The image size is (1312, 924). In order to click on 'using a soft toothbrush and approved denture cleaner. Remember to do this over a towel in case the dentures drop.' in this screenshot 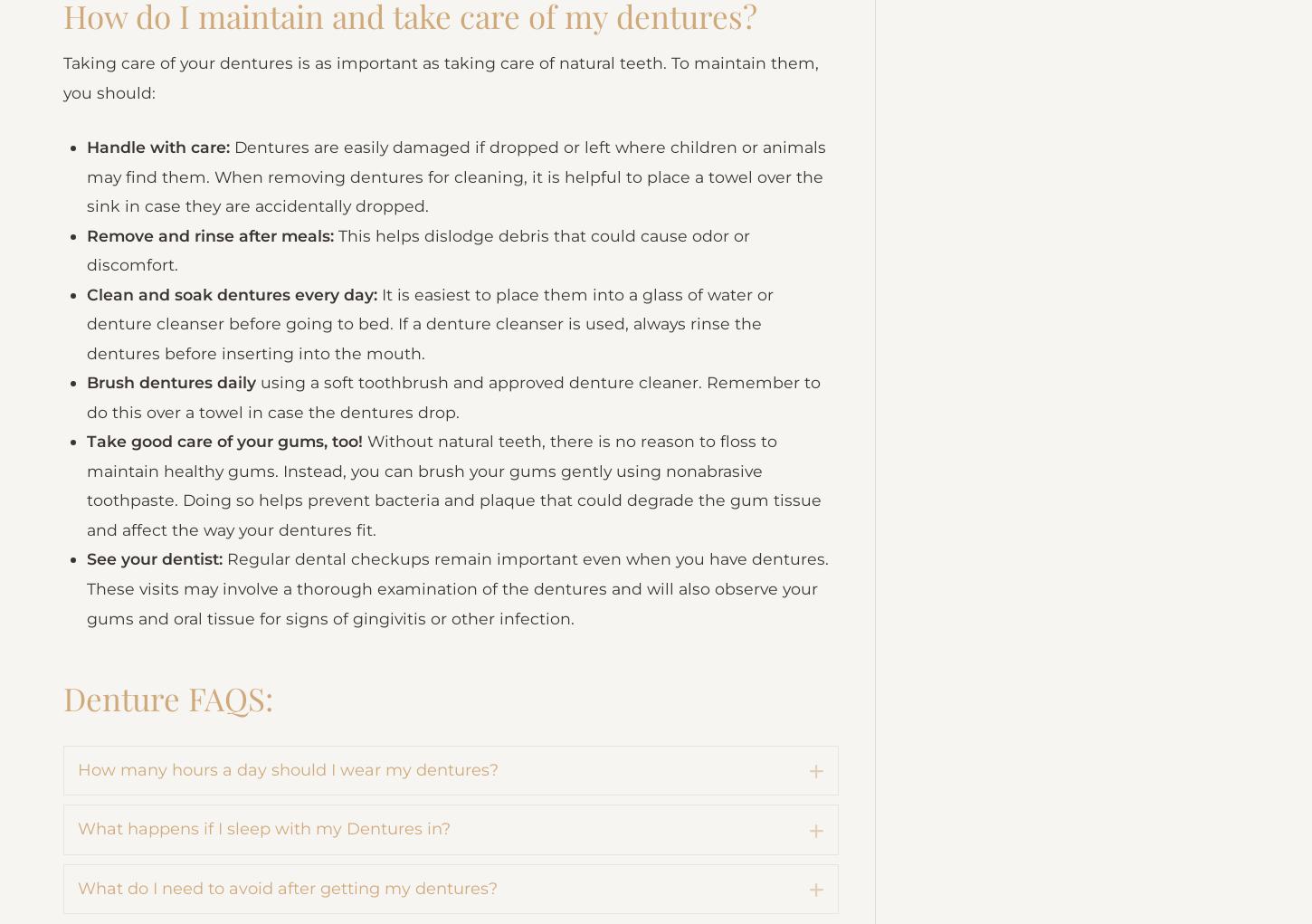, I will do `click(459, 506)`.